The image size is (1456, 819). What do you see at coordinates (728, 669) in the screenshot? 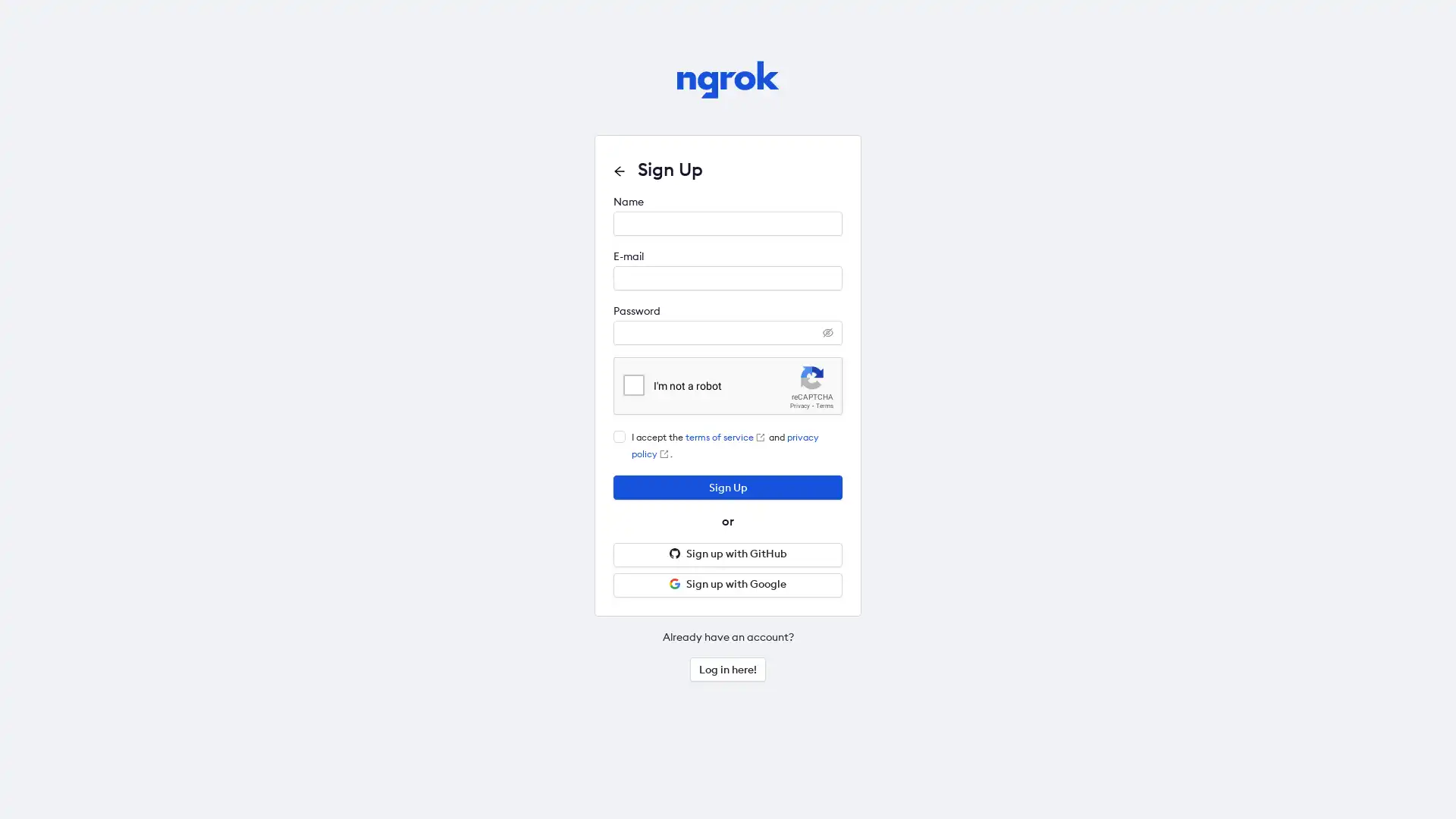
I see `Log in here!` at bounding box center [728, 669].